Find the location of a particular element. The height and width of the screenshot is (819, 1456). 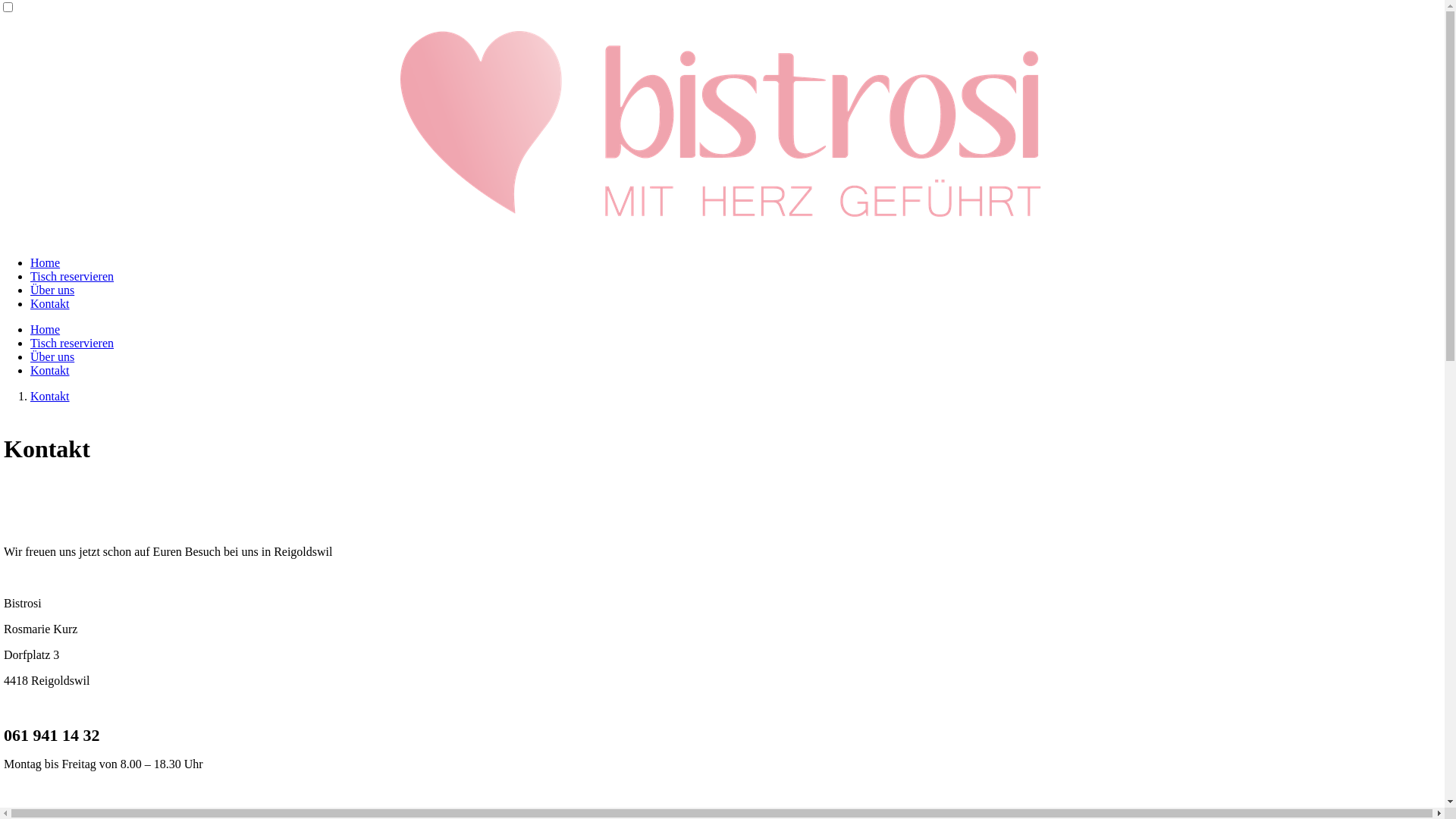

'Tisch reservieren' is located at coordinates (71, 343).